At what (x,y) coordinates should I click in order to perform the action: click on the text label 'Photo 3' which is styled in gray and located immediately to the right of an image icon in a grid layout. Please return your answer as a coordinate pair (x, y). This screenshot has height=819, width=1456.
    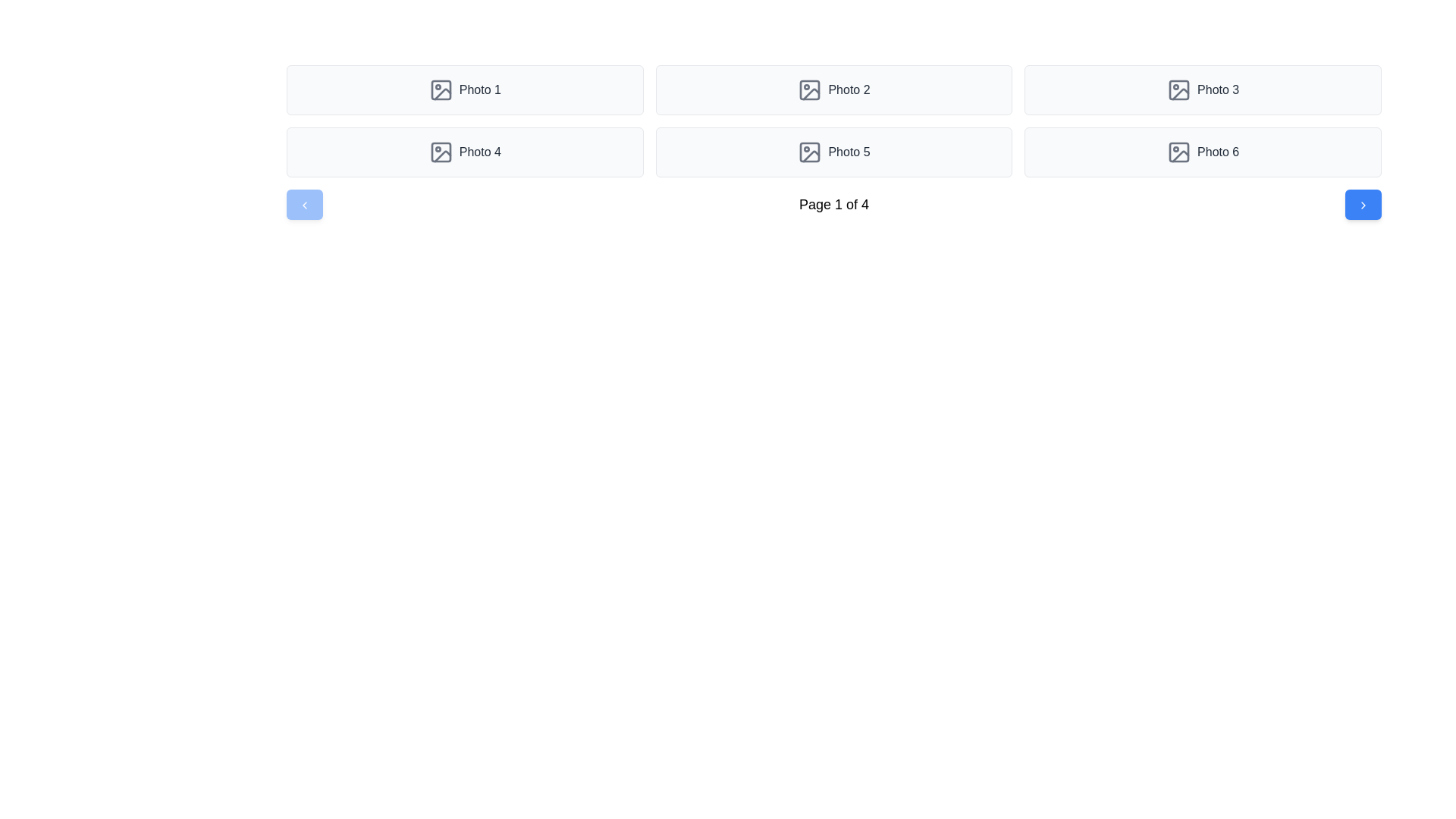
    Looking at the image, I should click on (1218, 90).